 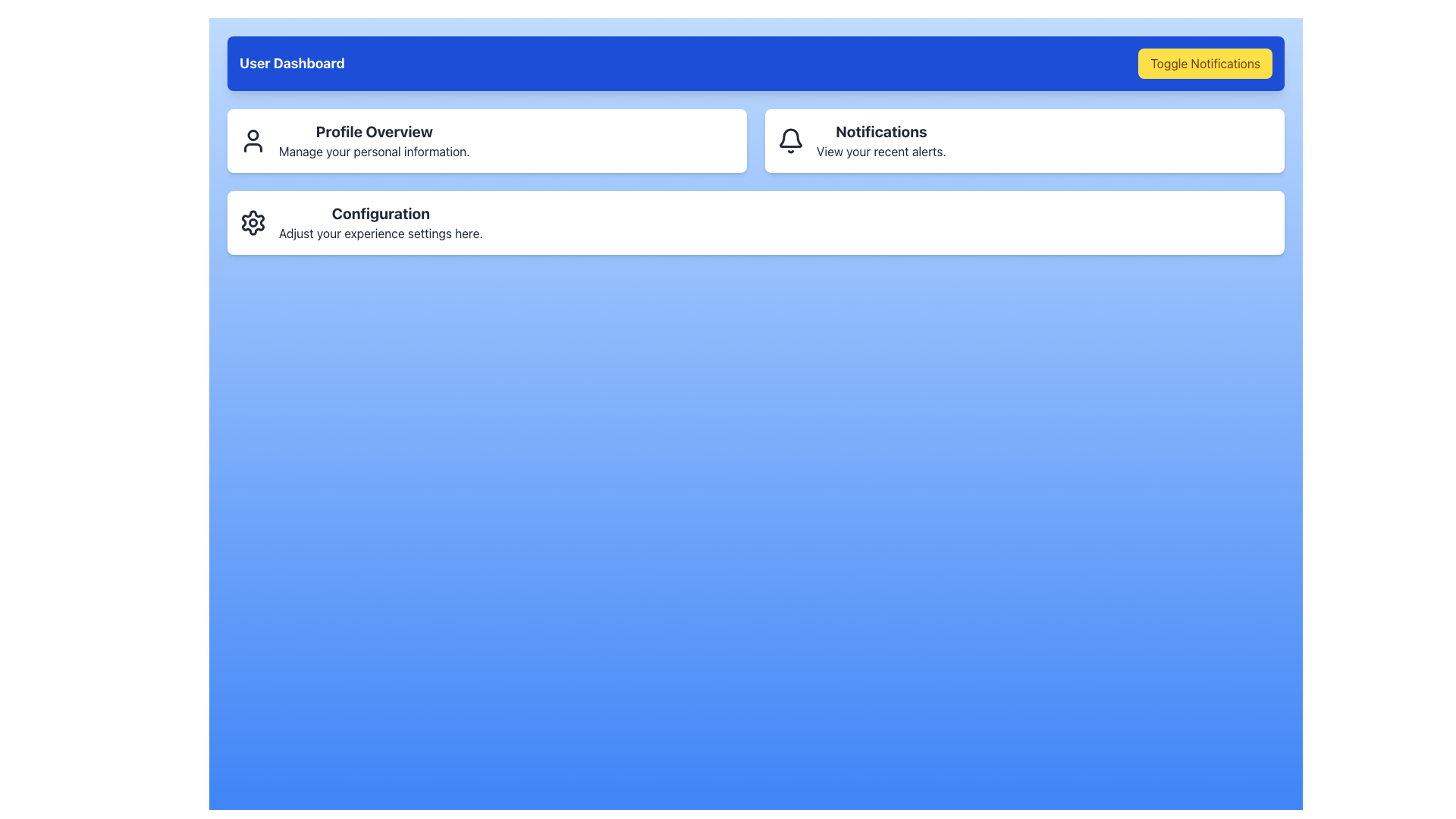 What do you see at coordinates (1204, 63) in the screenshot?
I see `the 'Toggle Notifications' button located in the top-right corner of the 'User Dashboard' section` at bounding box center [1204, 63].